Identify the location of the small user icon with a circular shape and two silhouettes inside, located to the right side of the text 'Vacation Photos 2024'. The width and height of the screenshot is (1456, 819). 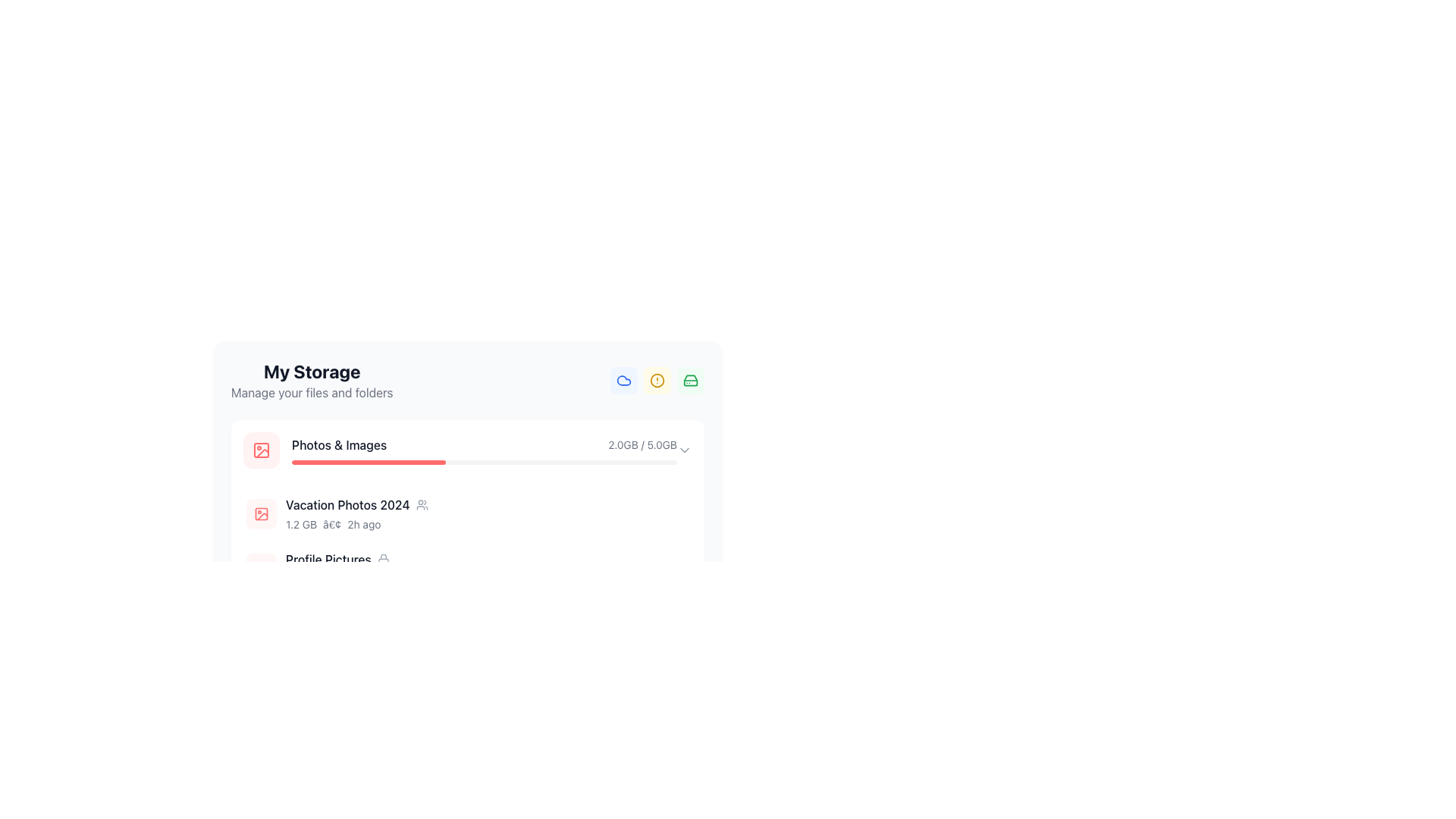
(422, 505).